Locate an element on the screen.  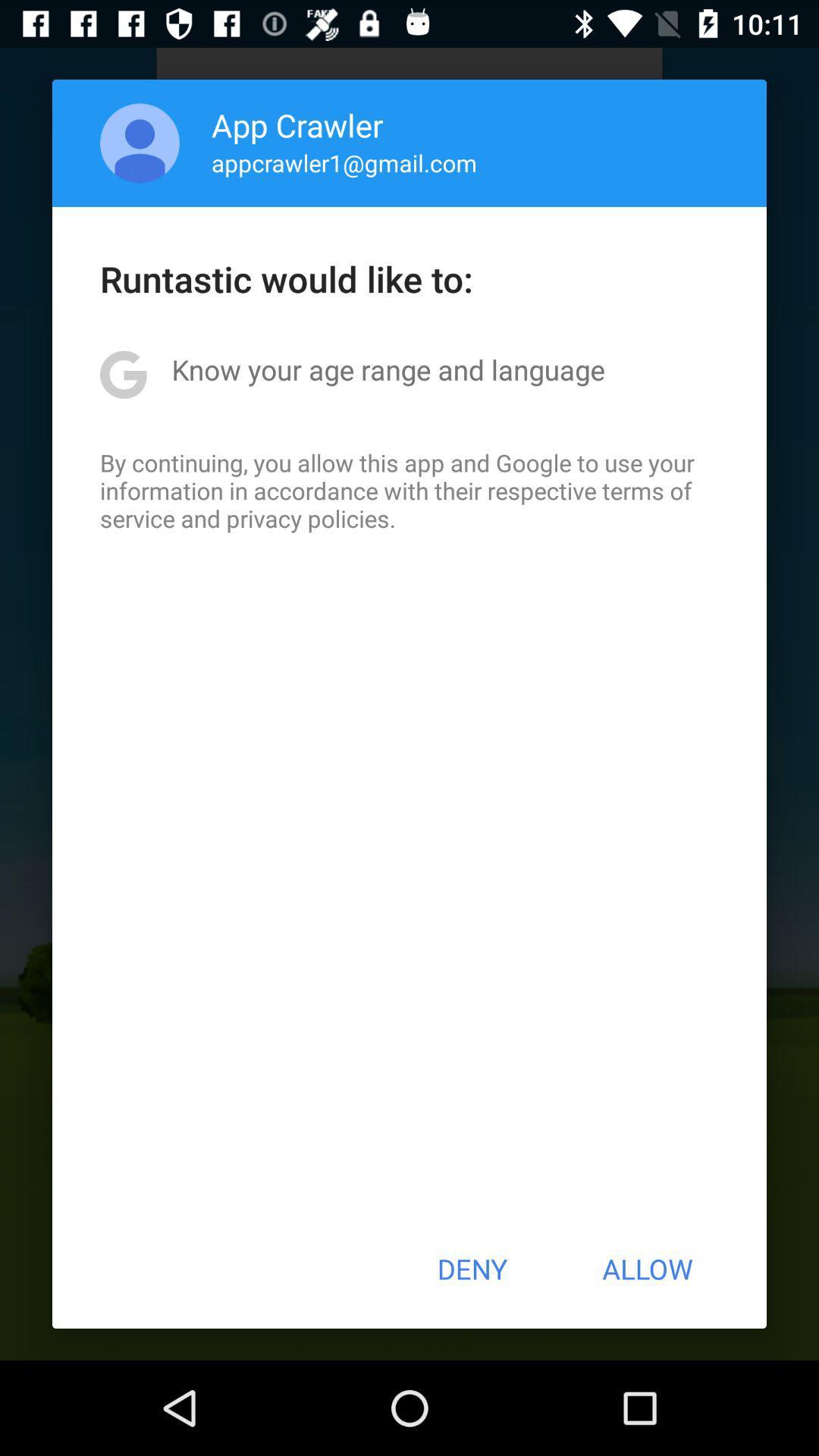
item to the left of the allow icon is located at coordinates (471, 1269).